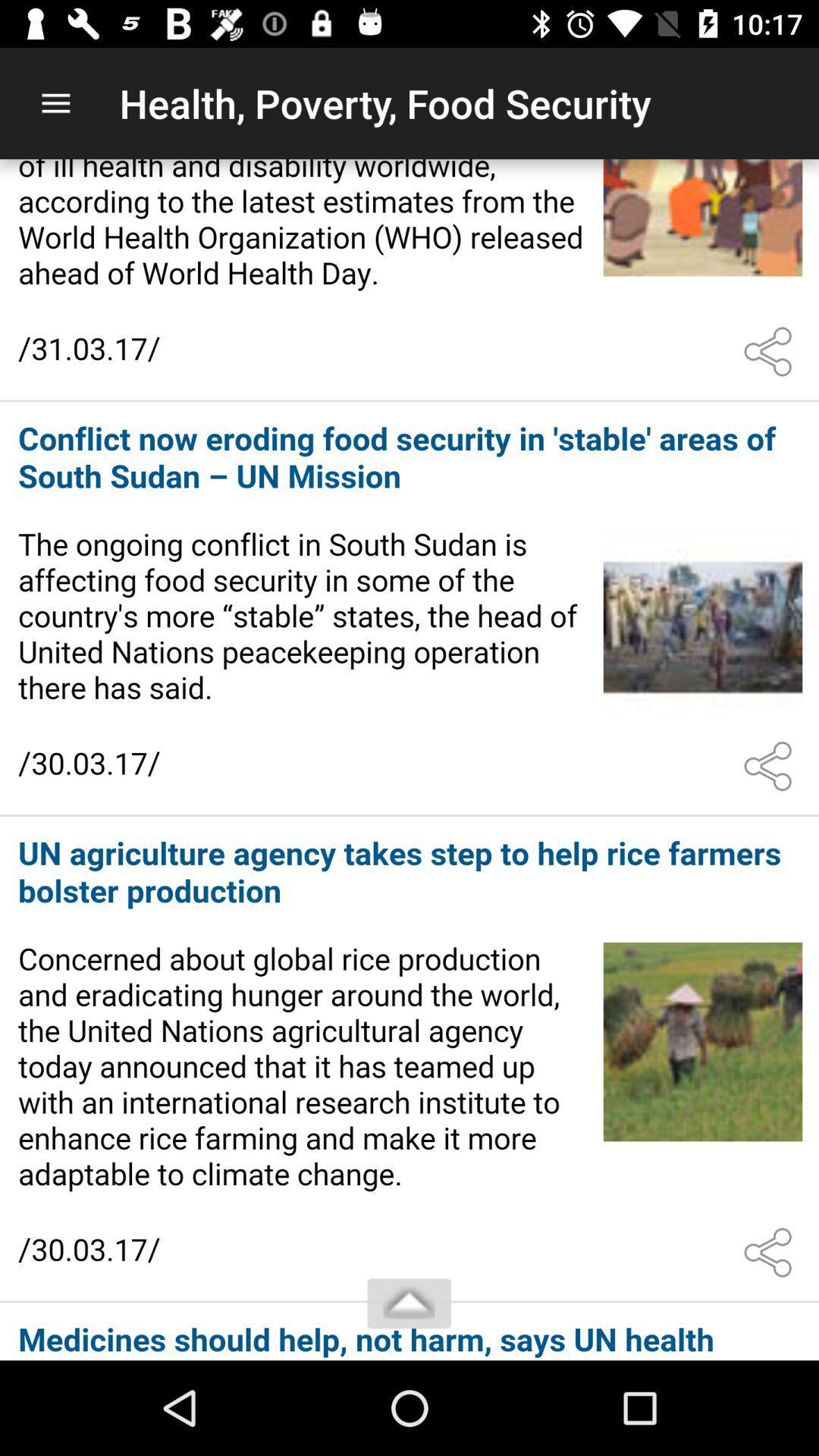 This screenshot has height=1456, width=819. I want to click on connect to article, so click(409, 609).